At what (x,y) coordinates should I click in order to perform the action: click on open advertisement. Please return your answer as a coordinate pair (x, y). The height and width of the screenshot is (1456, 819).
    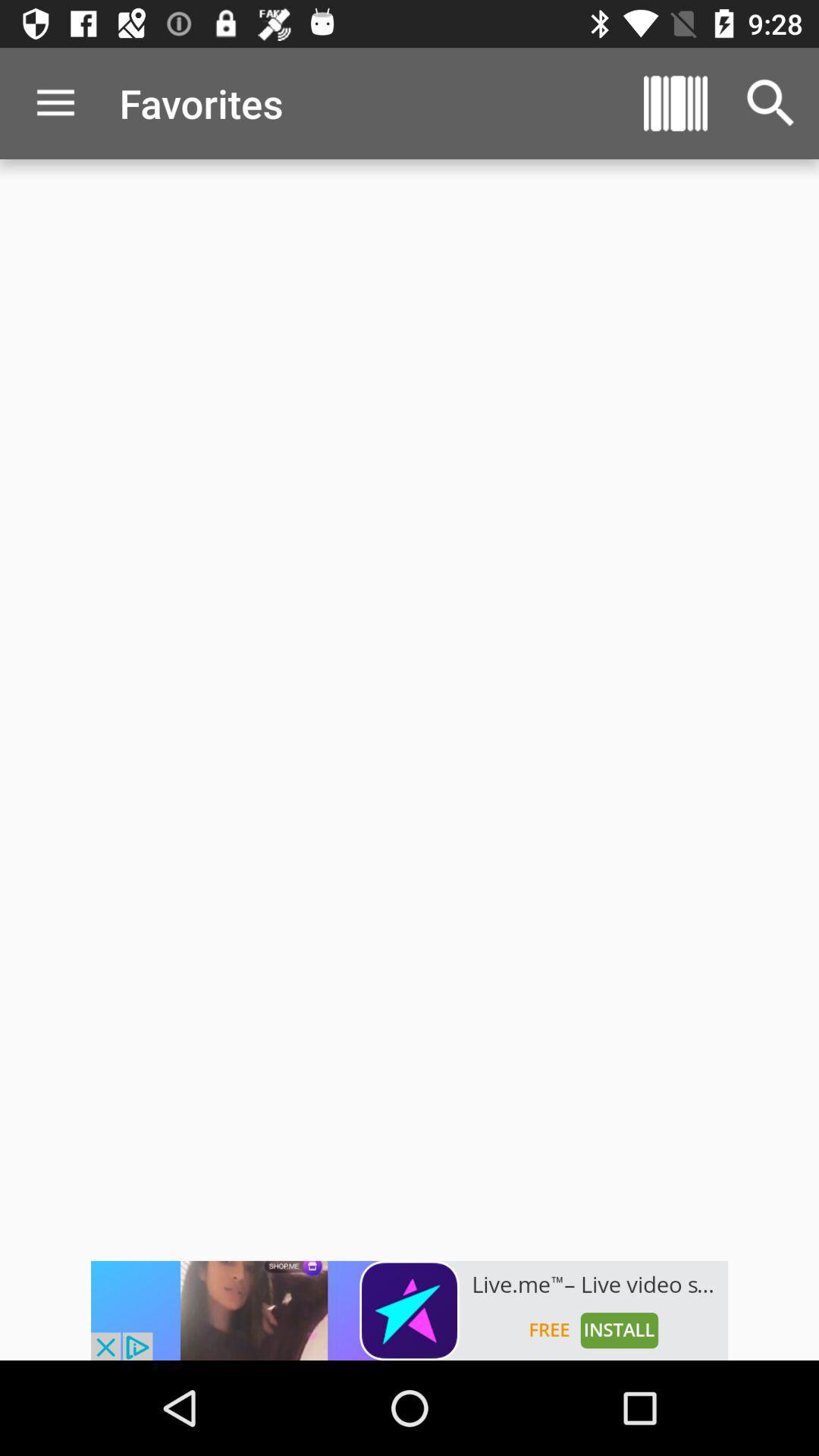
    Looking at the image, I should click on (409, 1310).